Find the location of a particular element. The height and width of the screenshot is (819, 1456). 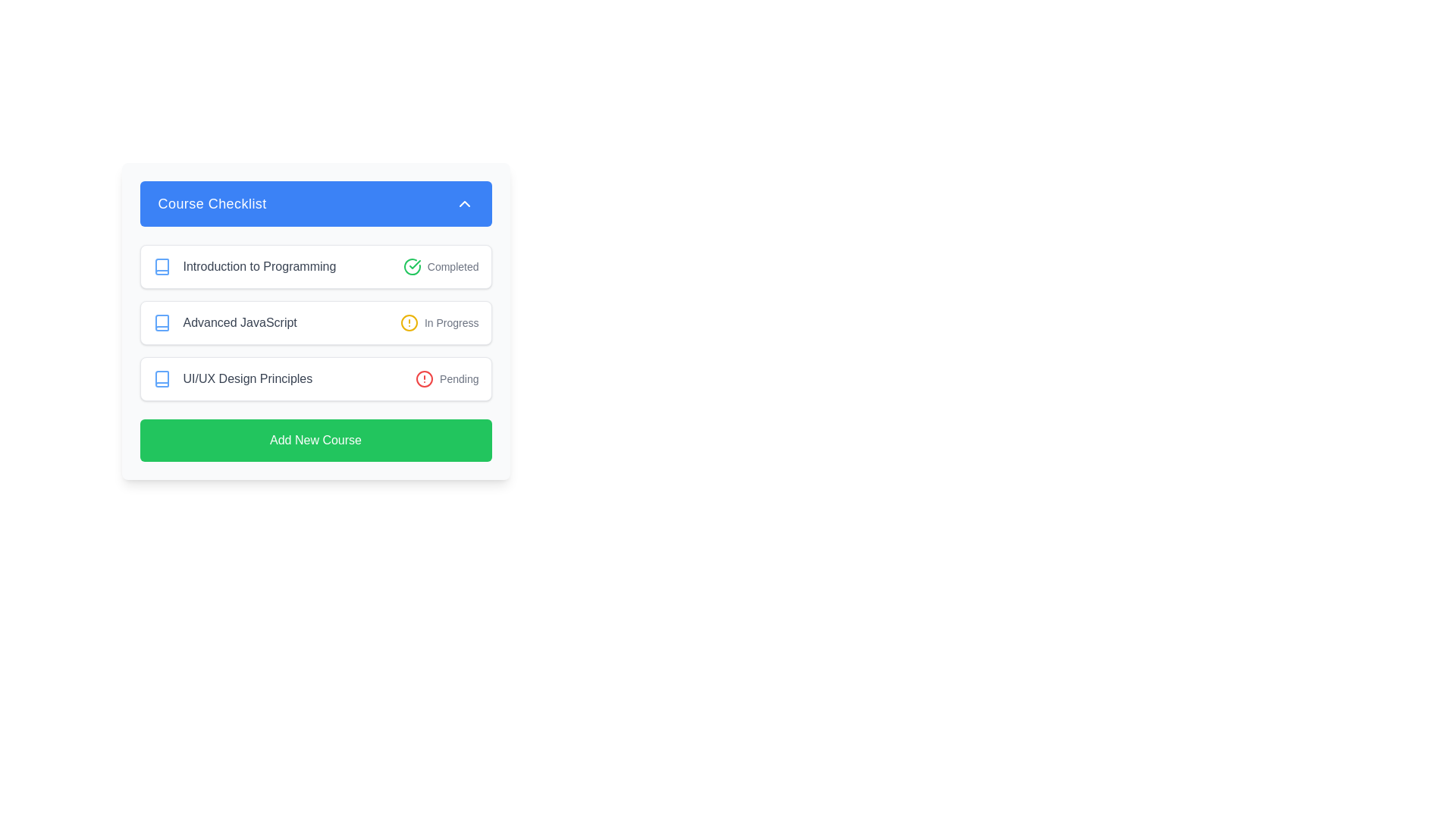

the small, blue-outlined square icon with an open book graphic, located to the left of the text 'Introduction to Programming' in the 'Course Checklist' section is located at coordinates (162, 265).